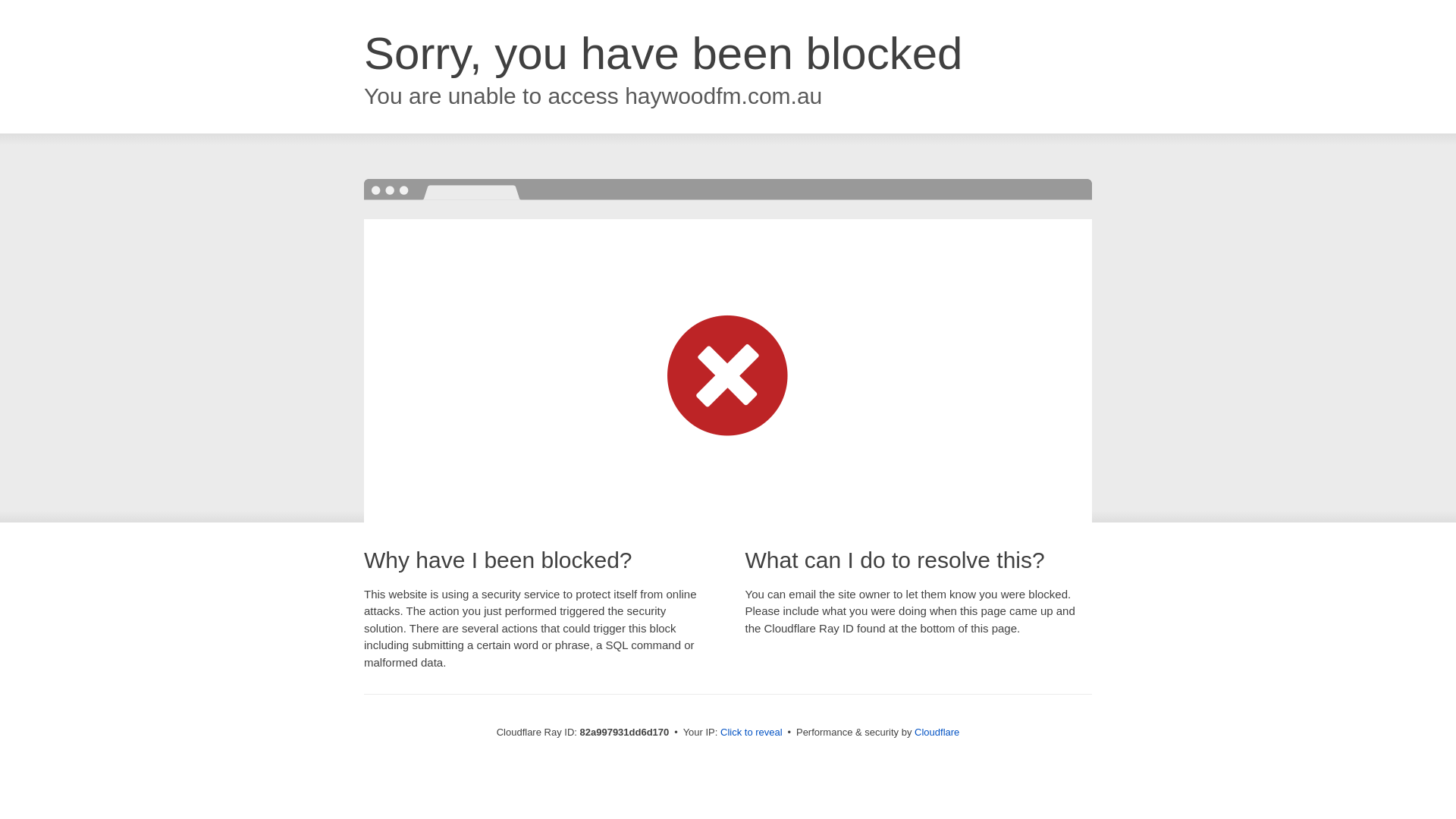 Image resolution: width=1456 pixels, height=819 pixels. Describe the element at coordinates (936, 731) in the screenshot. I see `'Cloudflare'` at that location.